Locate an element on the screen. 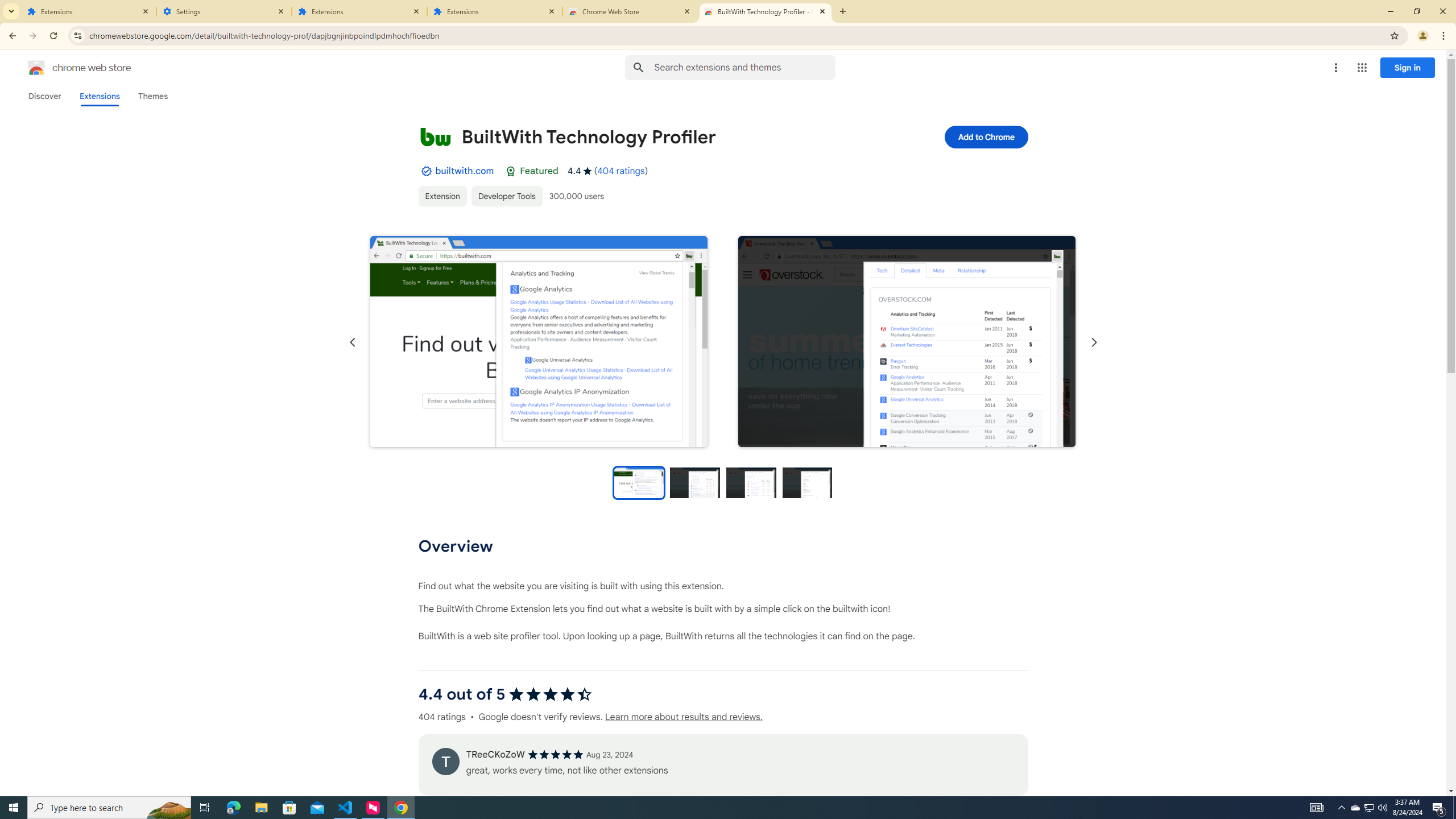 This screenshot has width=1456, height=819. 'Featured Badge' is located at coordinates (510, 170).